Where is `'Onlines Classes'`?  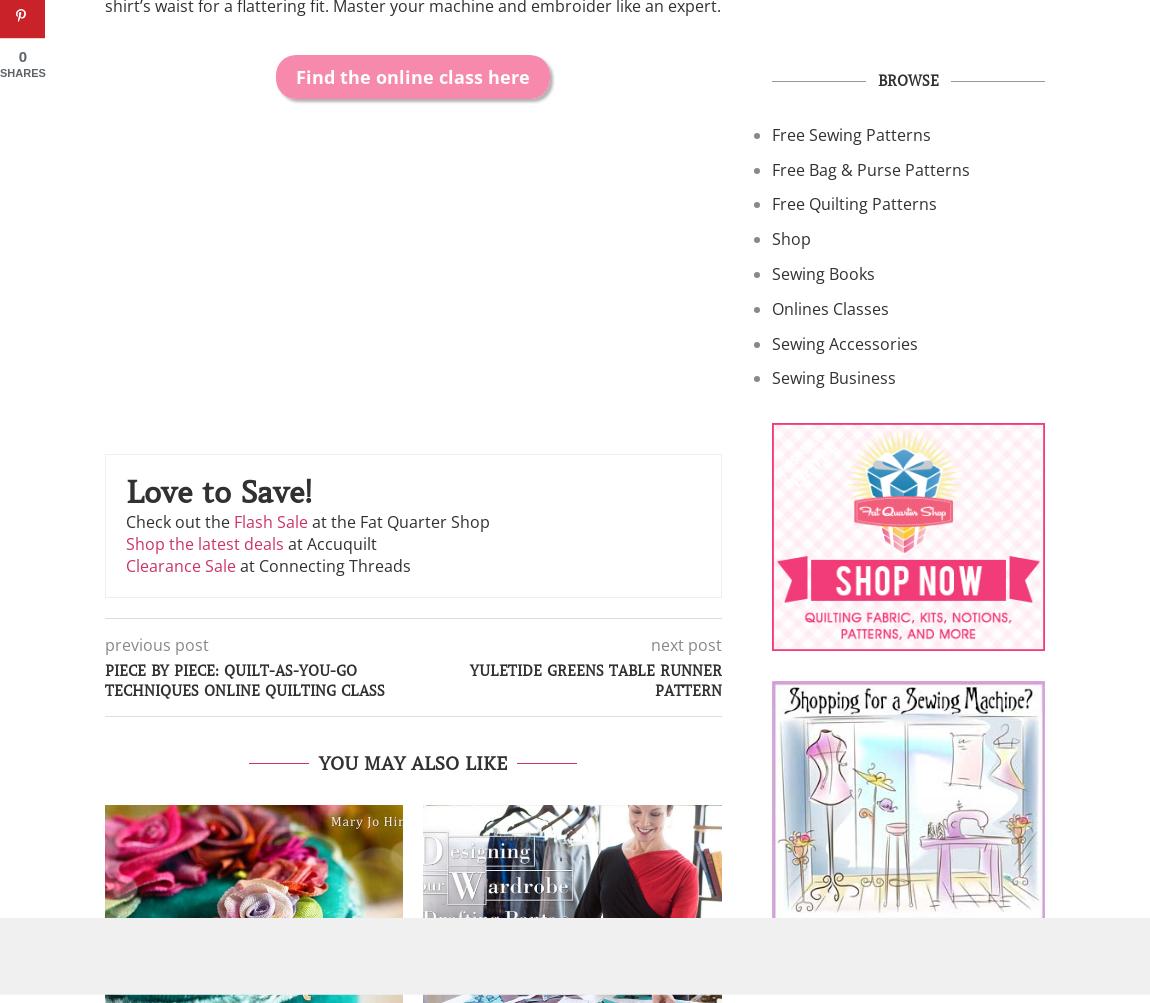
'Onlines Classes' is located at coordinates (769, 307).